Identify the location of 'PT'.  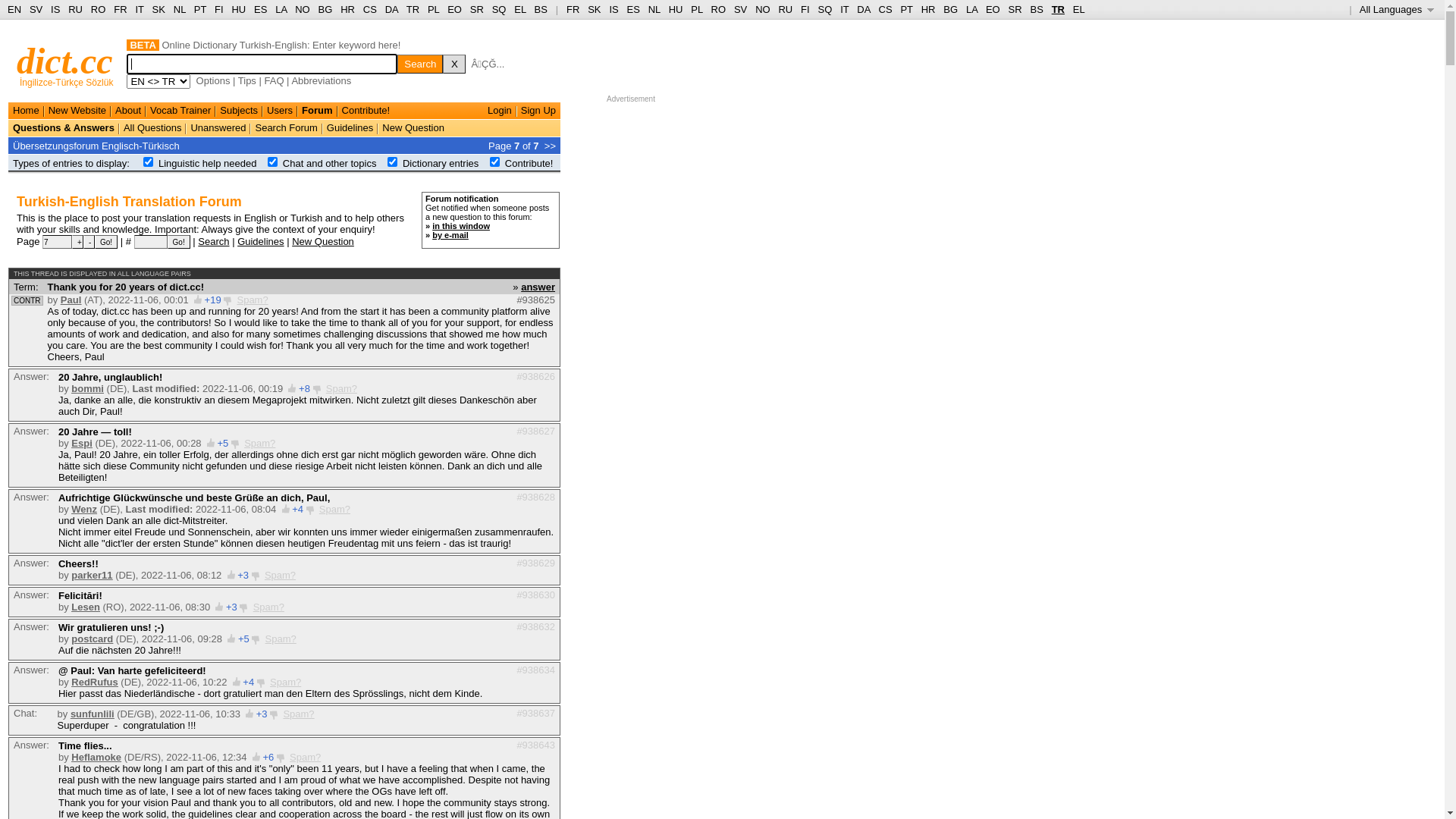
(906, 9).